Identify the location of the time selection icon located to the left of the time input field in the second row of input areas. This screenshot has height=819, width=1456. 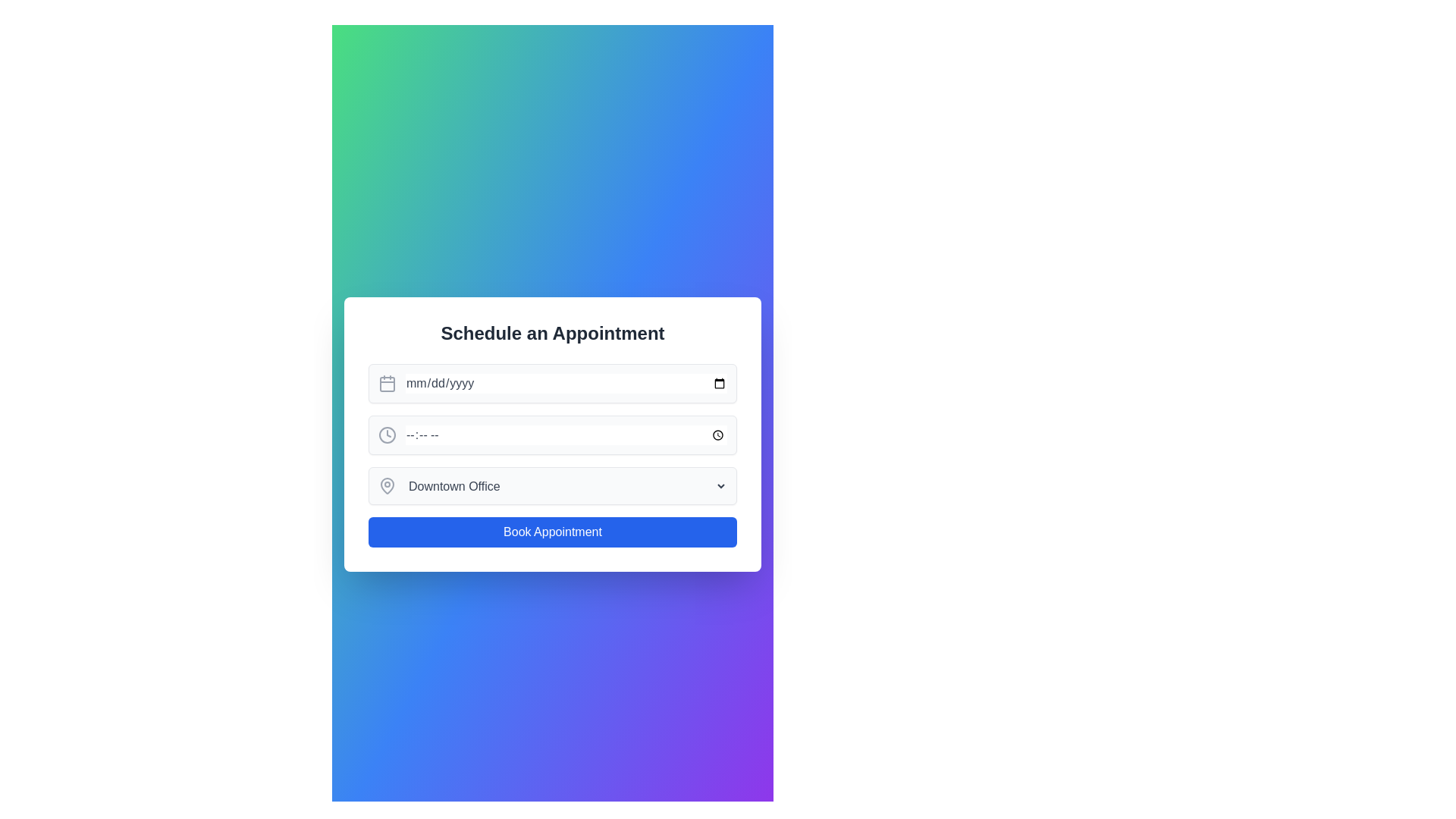
(387, 435).